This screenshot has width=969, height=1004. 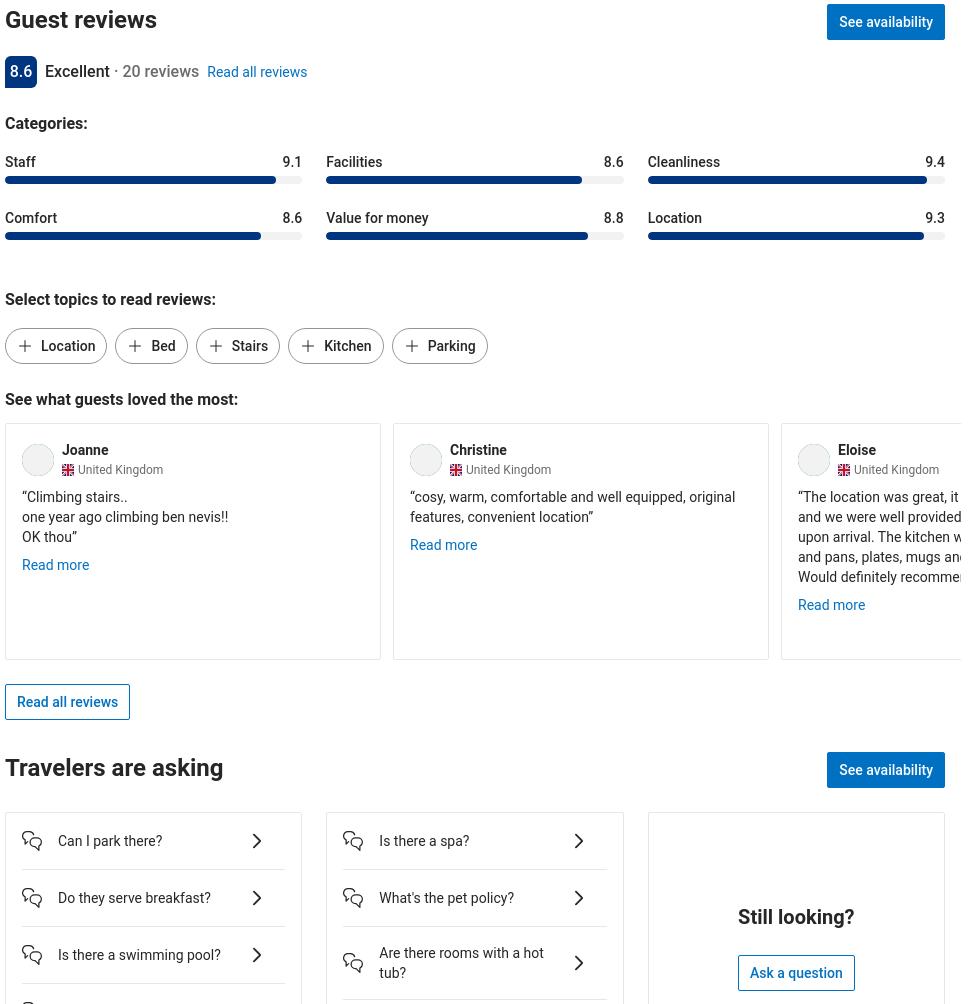 I want to click on 'Climbing stairs..
 one year ago climbing ben nevis!! 
OK thou', so click(x=21, y=516).